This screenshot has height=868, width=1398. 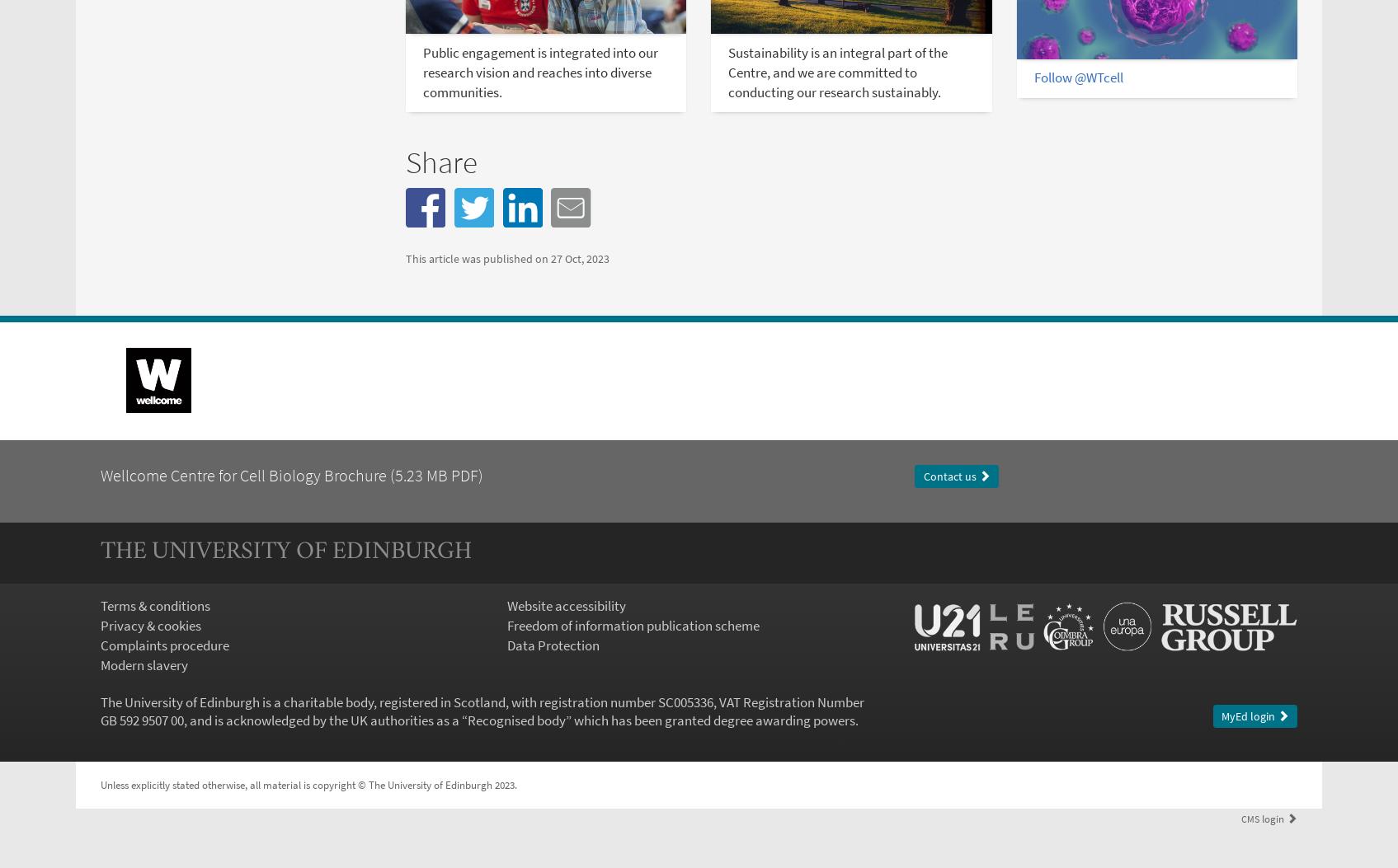 What do you see at coordinates (284, 551) in the screenshot?
I see `'The University of Edinburgh'` at bounding box center [284, 551].